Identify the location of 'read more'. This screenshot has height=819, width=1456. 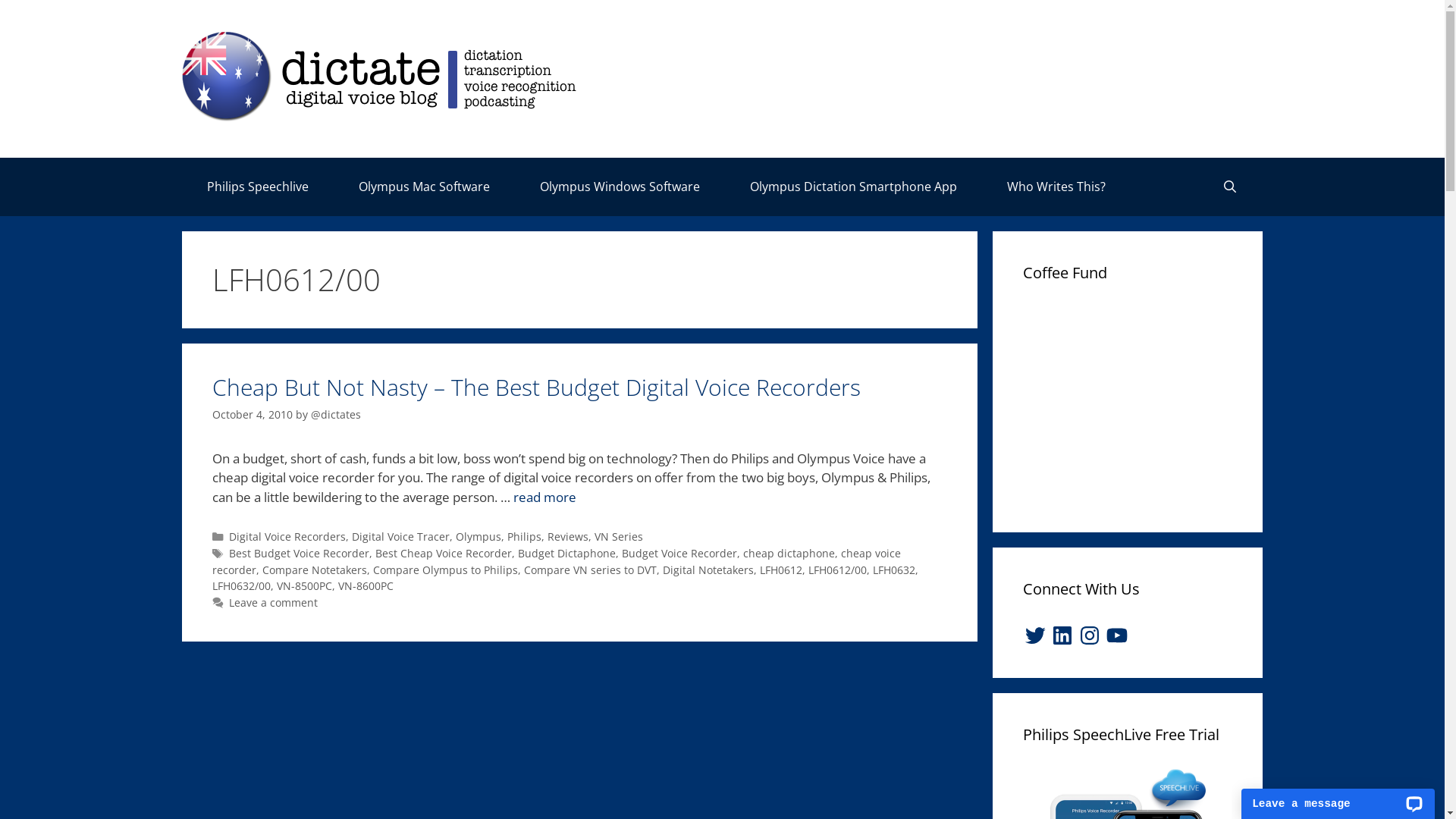
(544, 497).